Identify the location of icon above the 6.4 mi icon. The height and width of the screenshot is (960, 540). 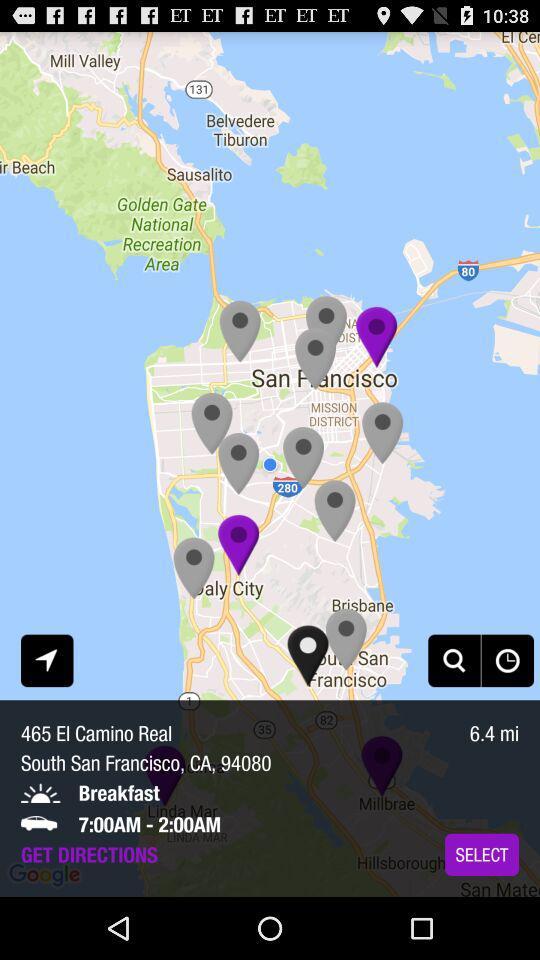
(507, 659).